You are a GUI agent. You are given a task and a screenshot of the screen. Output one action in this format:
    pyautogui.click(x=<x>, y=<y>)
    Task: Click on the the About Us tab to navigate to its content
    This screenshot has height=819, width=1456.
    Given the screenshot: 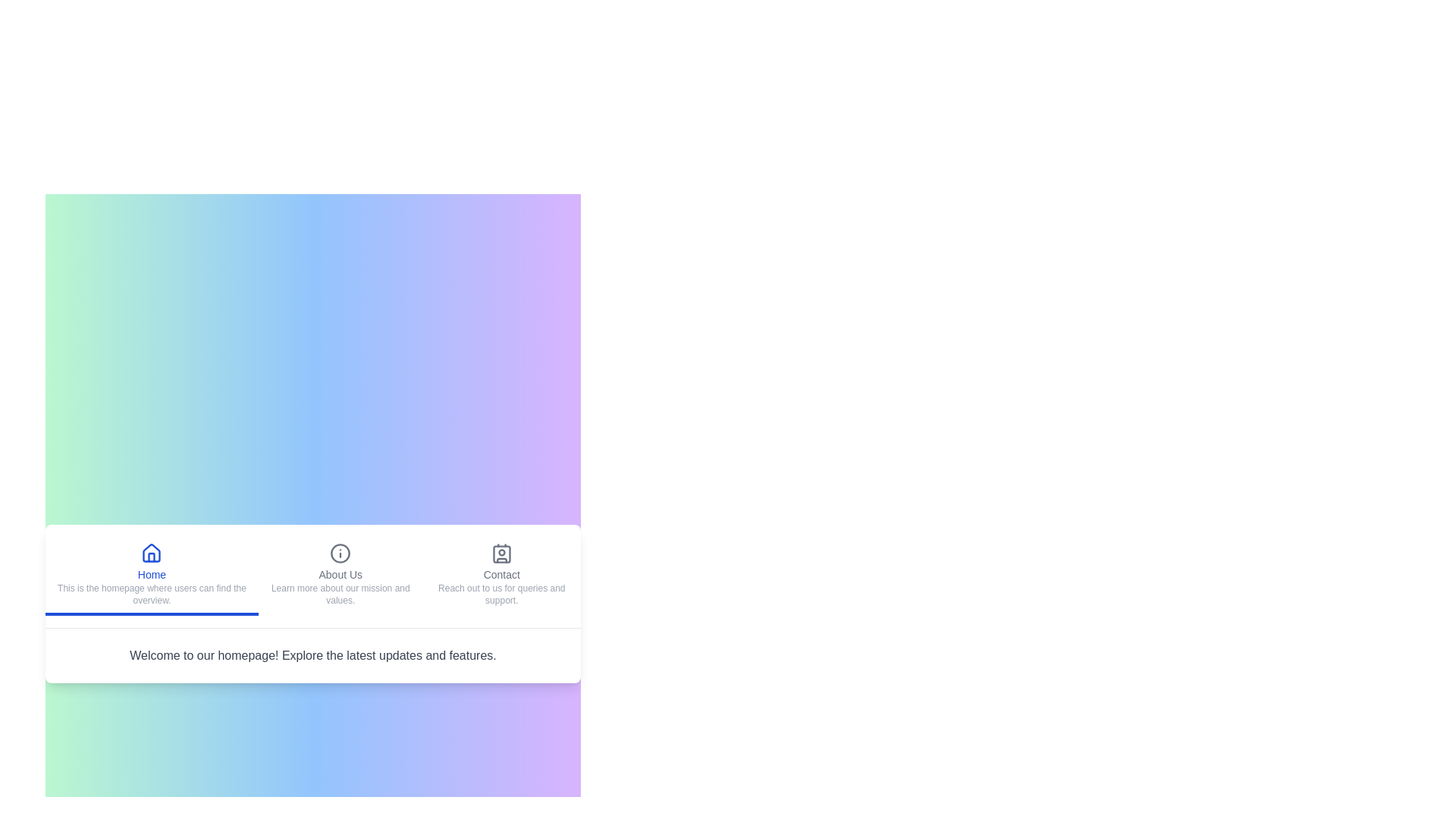 What is the action you would take?
    pyautogui.click(x=340, y=576)
    